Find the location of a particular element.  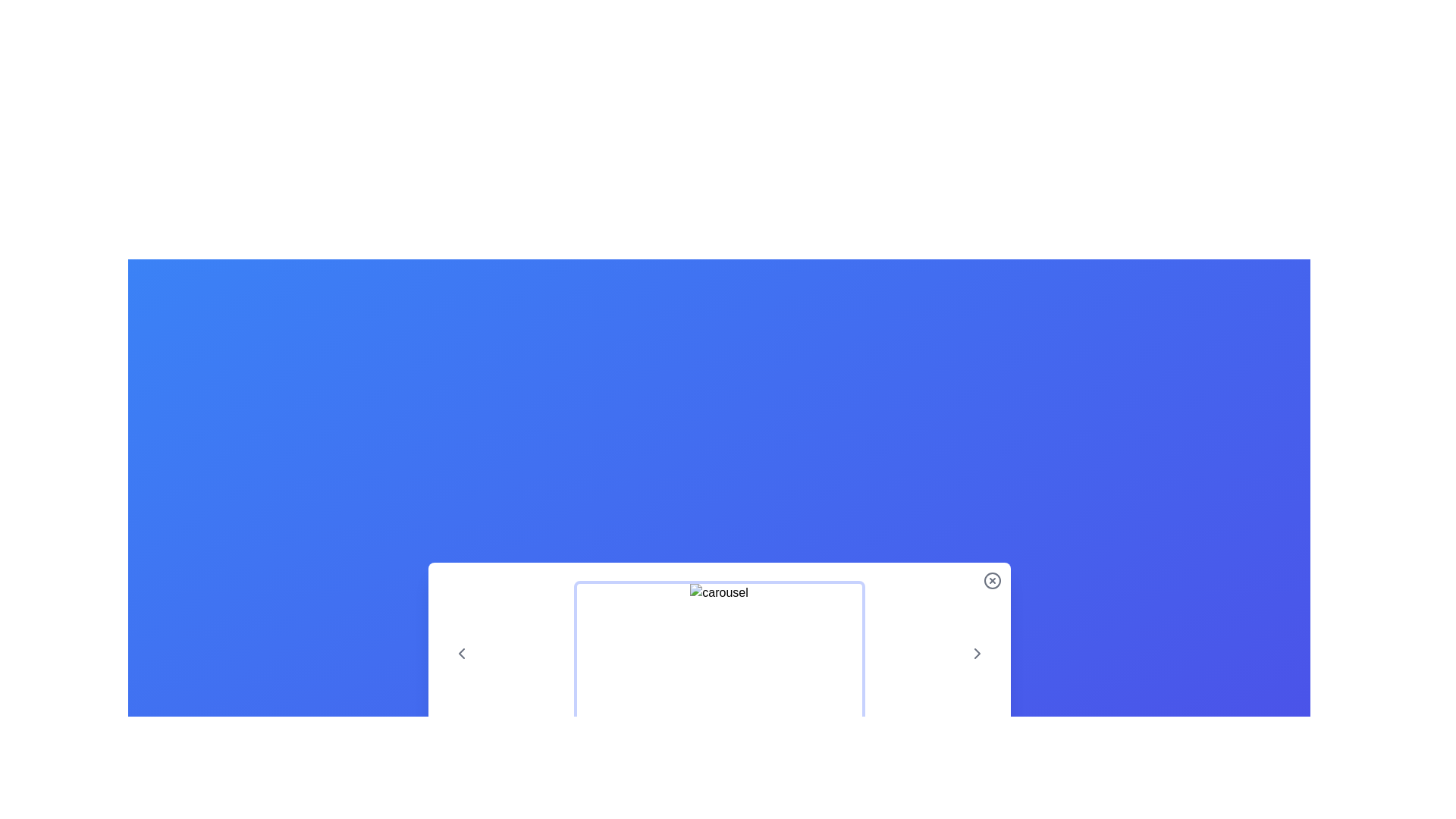

the right-facing chevron arrow icon located inside a button at the far right side of the visible card under the carousel header for context-specific actions is located at coordinates (977, 652).